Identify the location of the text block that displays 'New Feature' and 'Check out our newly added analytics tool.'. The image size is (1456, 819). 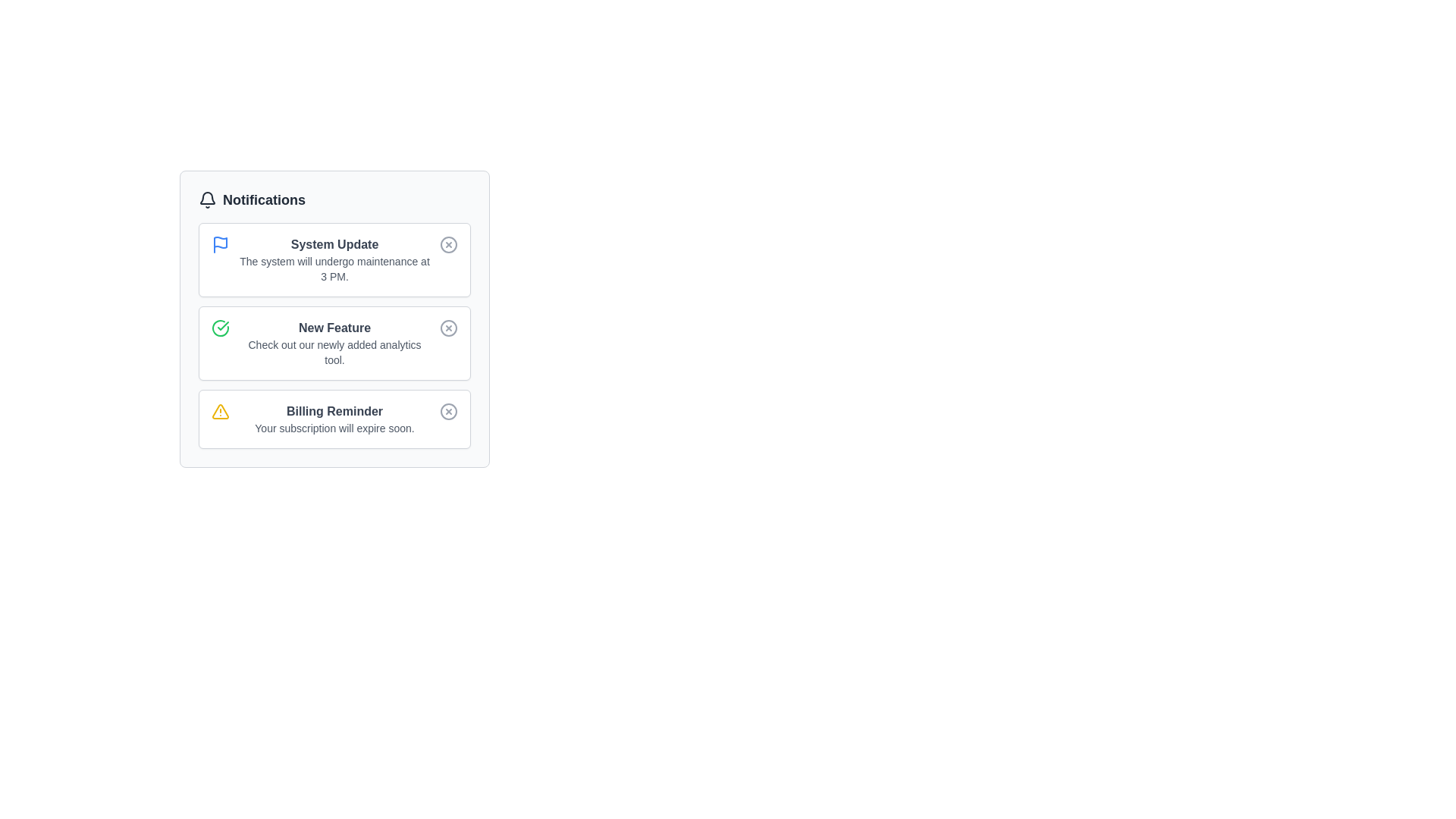
(334, 343).